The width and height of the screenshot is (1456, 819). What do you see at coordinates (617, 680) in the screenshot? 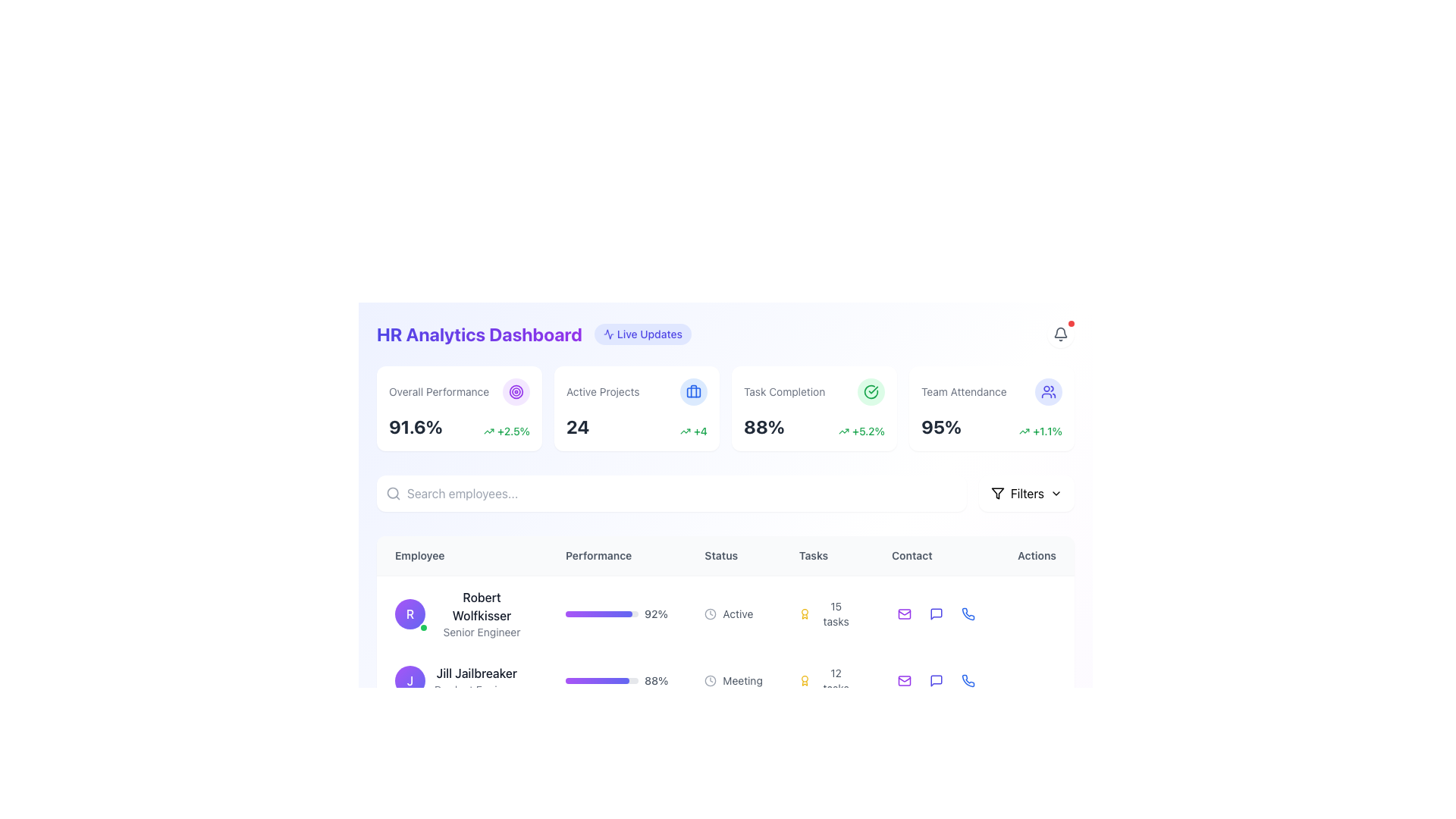
I see `displayed percentage from the progress bar located in the second row of the table under the 'Performance' column, adjacent to 'Jill Jailbreaker' in the 'Employee' column` at bounding box center [617, 680].